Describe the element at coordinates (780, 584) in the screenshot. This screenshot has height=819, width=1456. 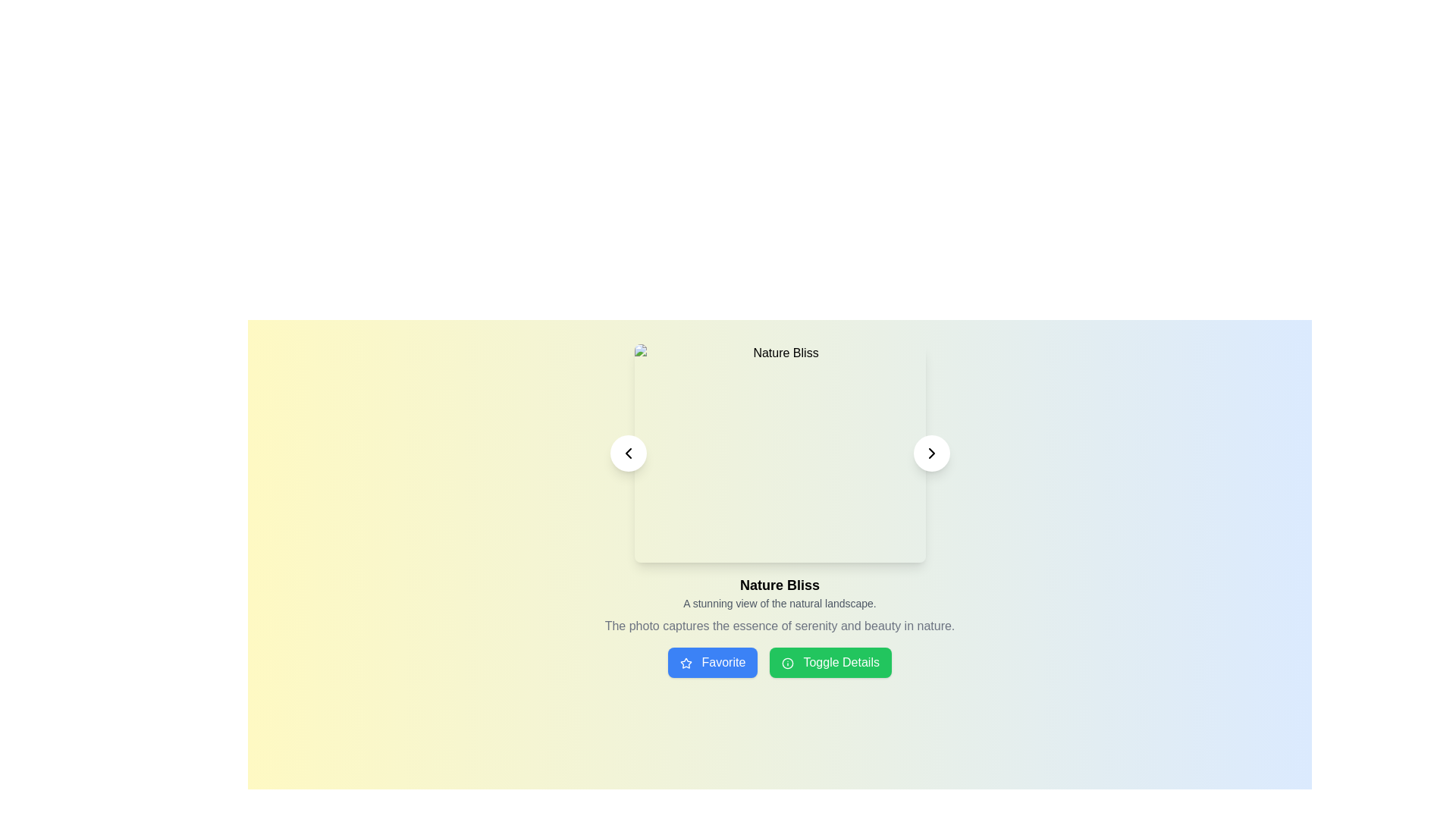
I see `the heading or text label that serves as the title or heading for the content section, which is centrally located above the descriptive text and below the upper image section` at that location.